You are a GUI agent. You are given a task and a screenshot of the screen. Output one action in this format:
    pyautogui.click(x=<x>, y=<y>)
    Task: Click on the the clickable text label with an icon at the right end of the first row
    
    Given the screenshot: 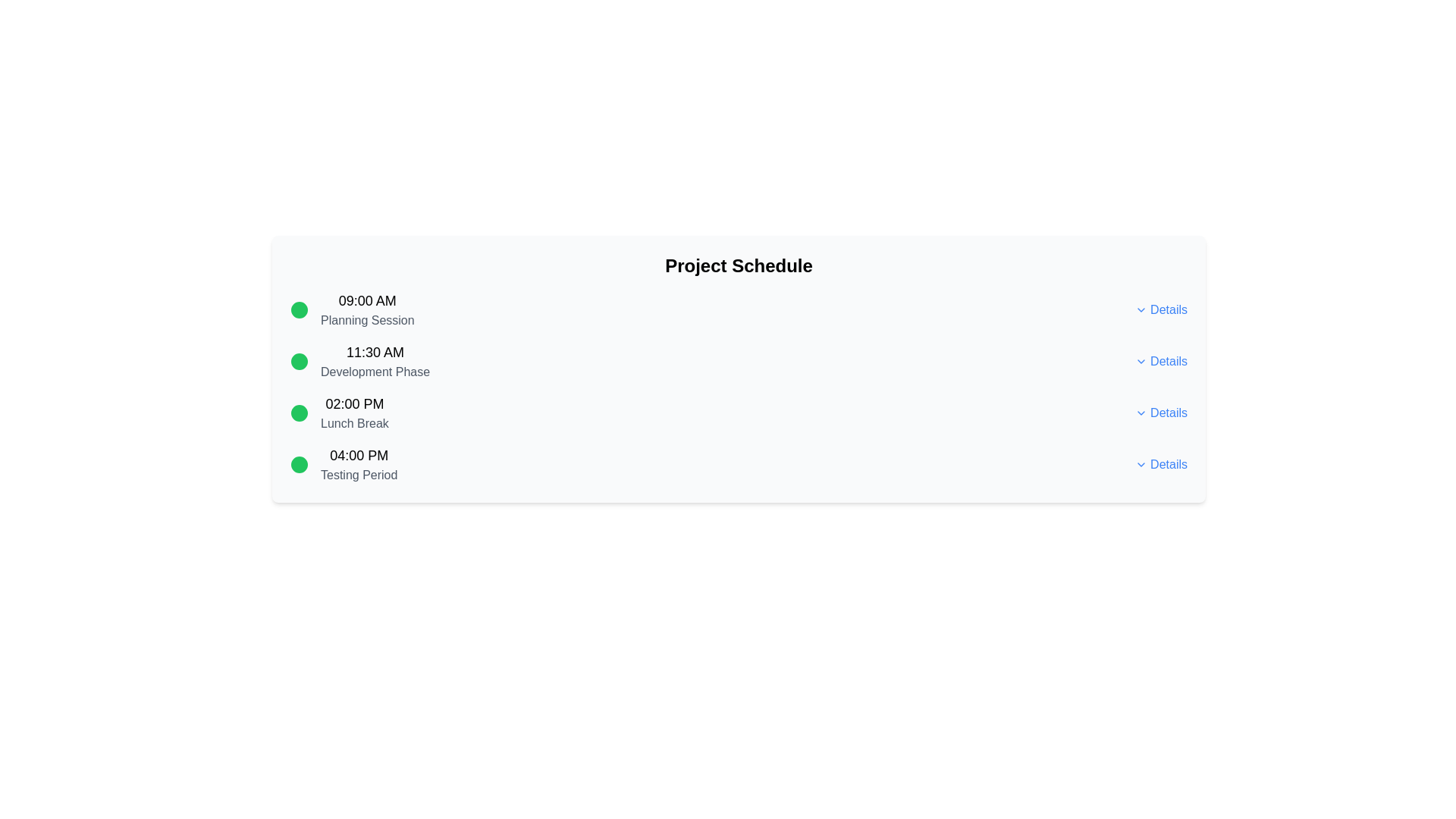 What is the action you would take?
    pyautogui.click(x=1160, y=309)
    